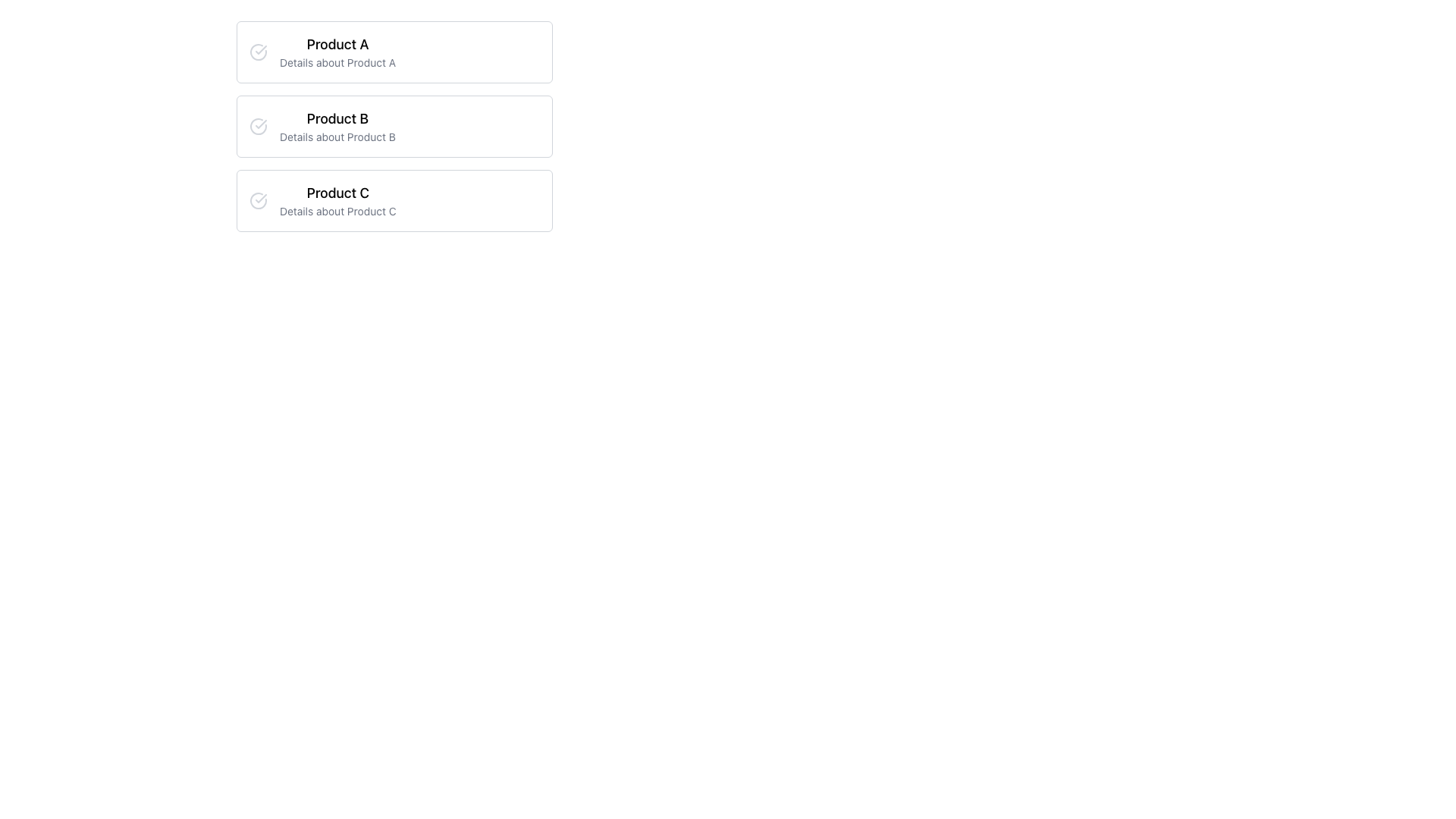 This screenshot has height=819, width=1456. I want to click on the icon indicating the status or selection for 'Product A', positioned within the first list item and aligned to the left of the text, so click(261, 49).